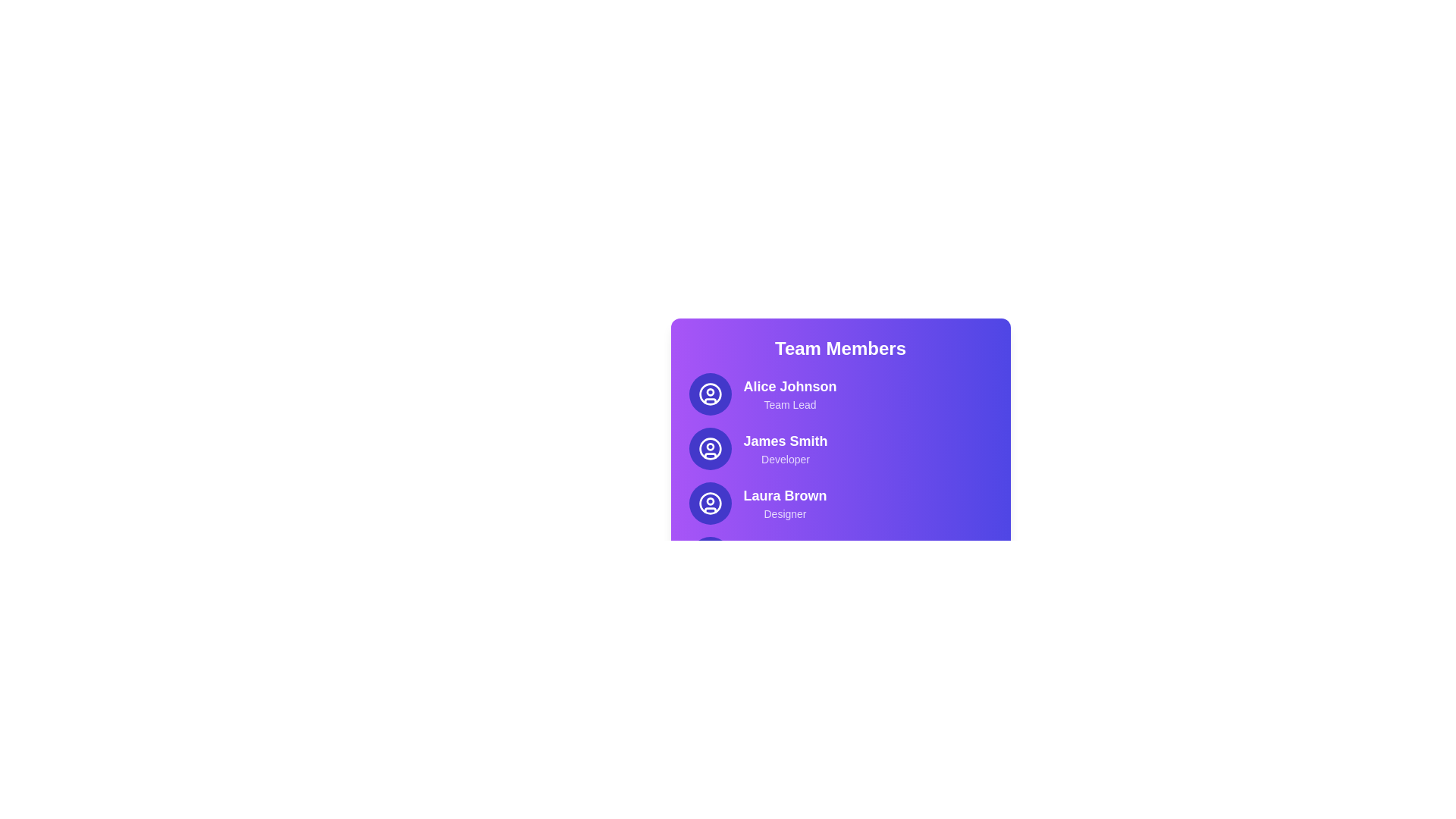  I want to click on the User Avatar Icon representing Alice Johnson, which is a circular icon with a purple background and white outline, located in the top-left area of the purple panel titled 'Team Members.', so click(709, 394).